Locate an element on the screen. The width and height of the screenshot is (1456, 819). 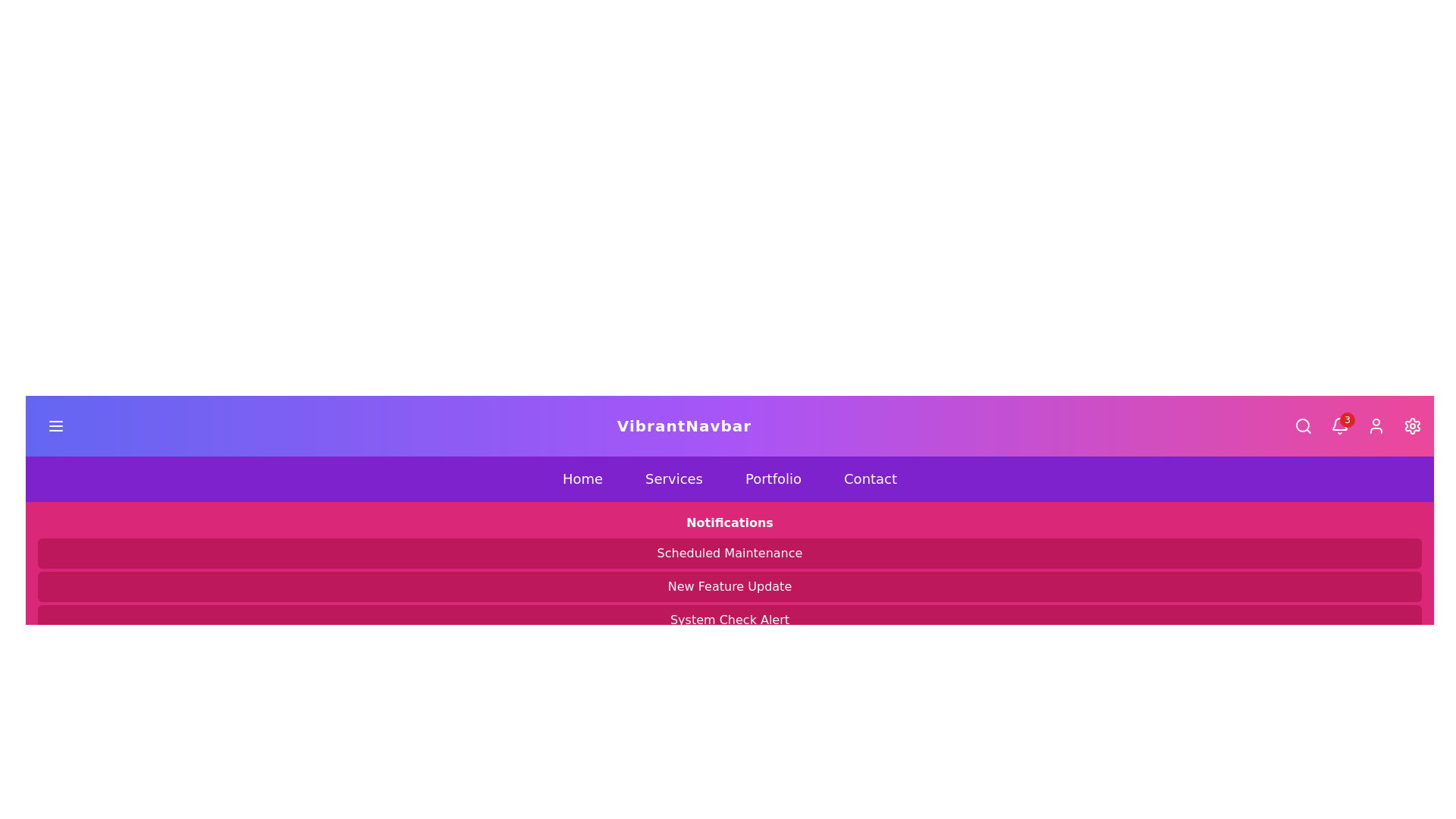
the settings button located at the far right of the top navigation bar is located at coordinates (1411, 426).